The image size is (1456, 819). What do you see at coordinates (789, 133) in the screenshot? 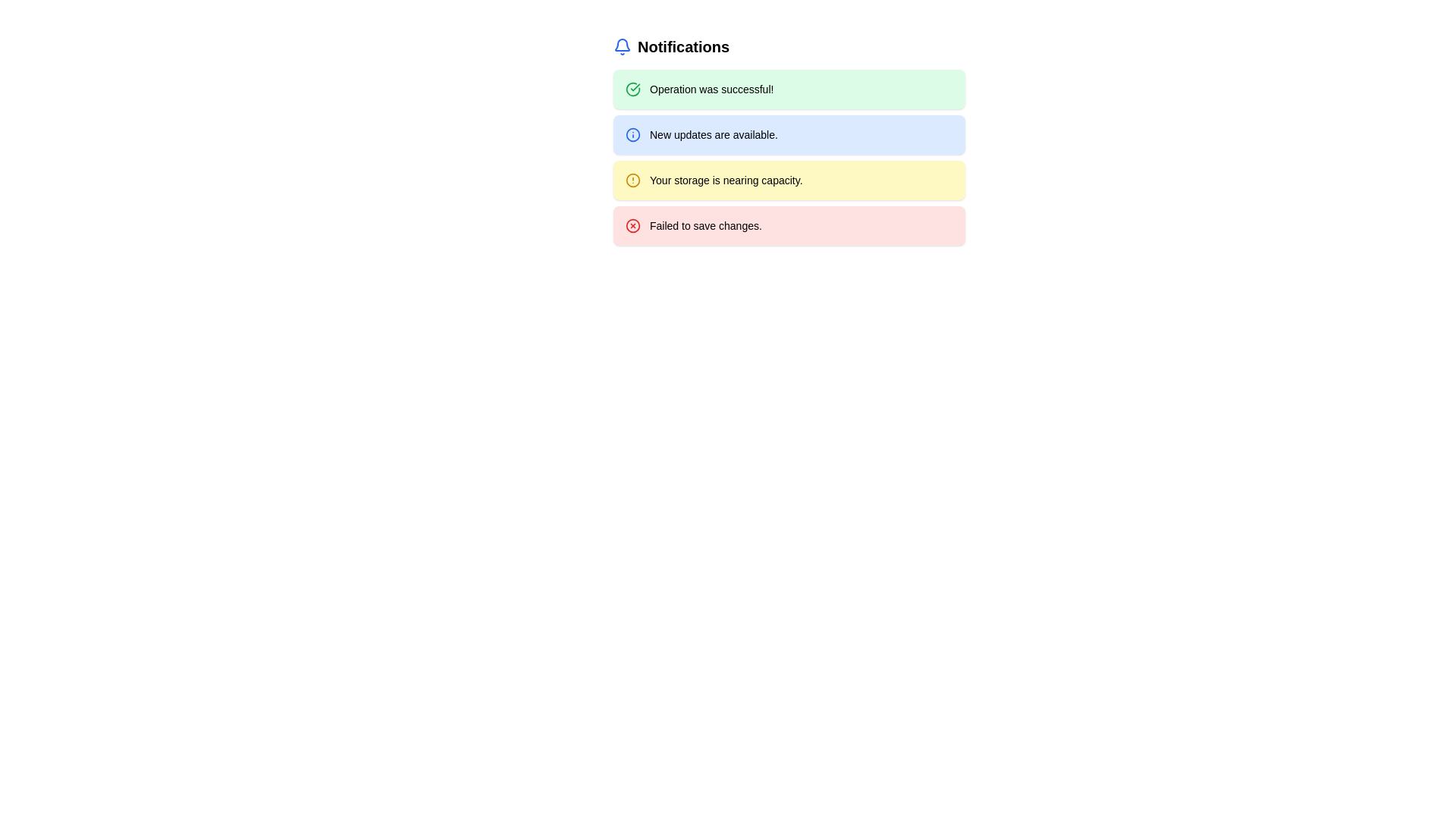
I see `the notification tile with a light blue background that displays the message 'New updates are available.'` at bounding box center [789, 133].